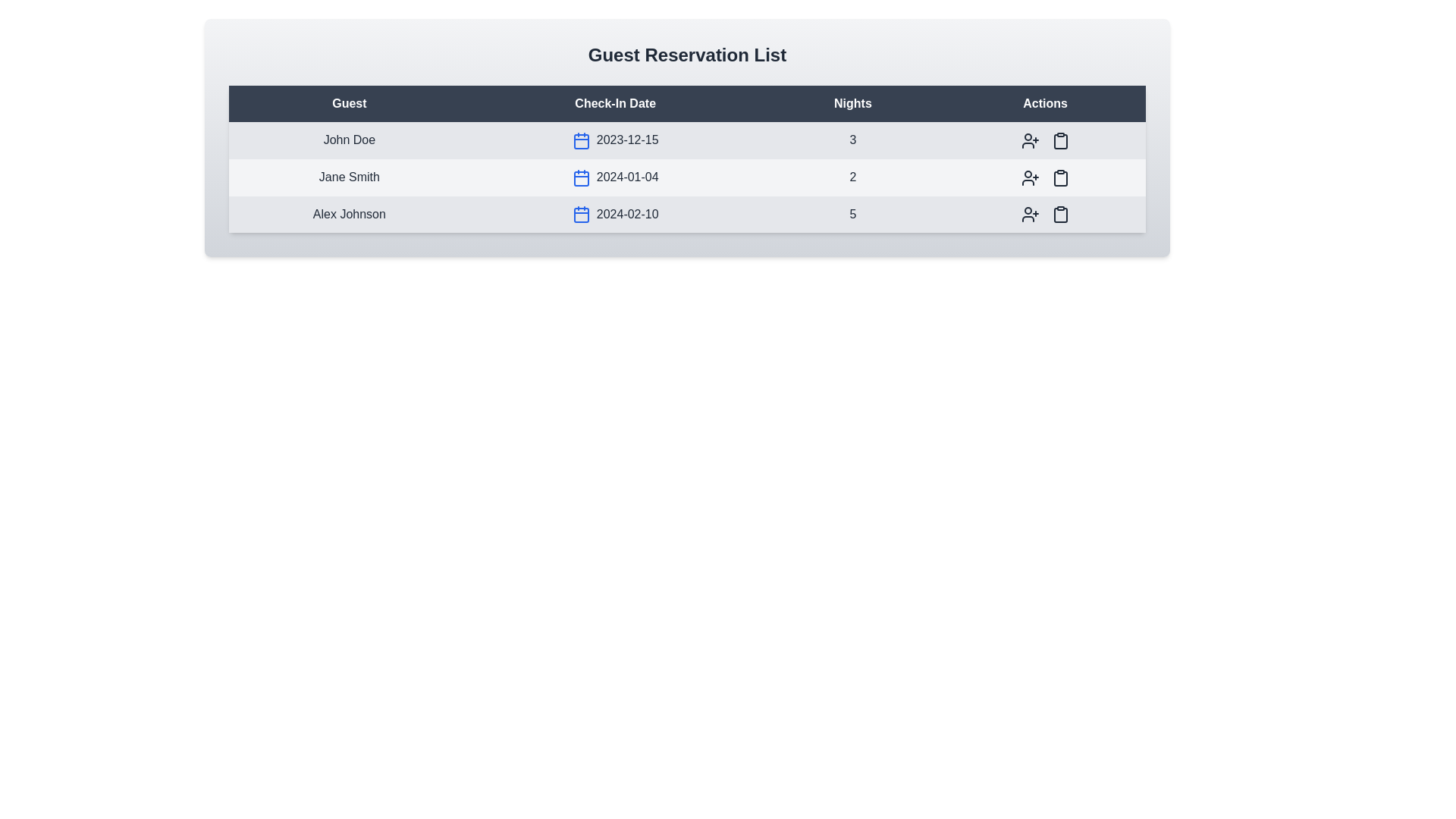 Image resolution: width=1456 pixels, height=819 pixels. I want to click on the clipboard action icon in the second row of the 'Guest Reservation List' table, so click(1059, 177).